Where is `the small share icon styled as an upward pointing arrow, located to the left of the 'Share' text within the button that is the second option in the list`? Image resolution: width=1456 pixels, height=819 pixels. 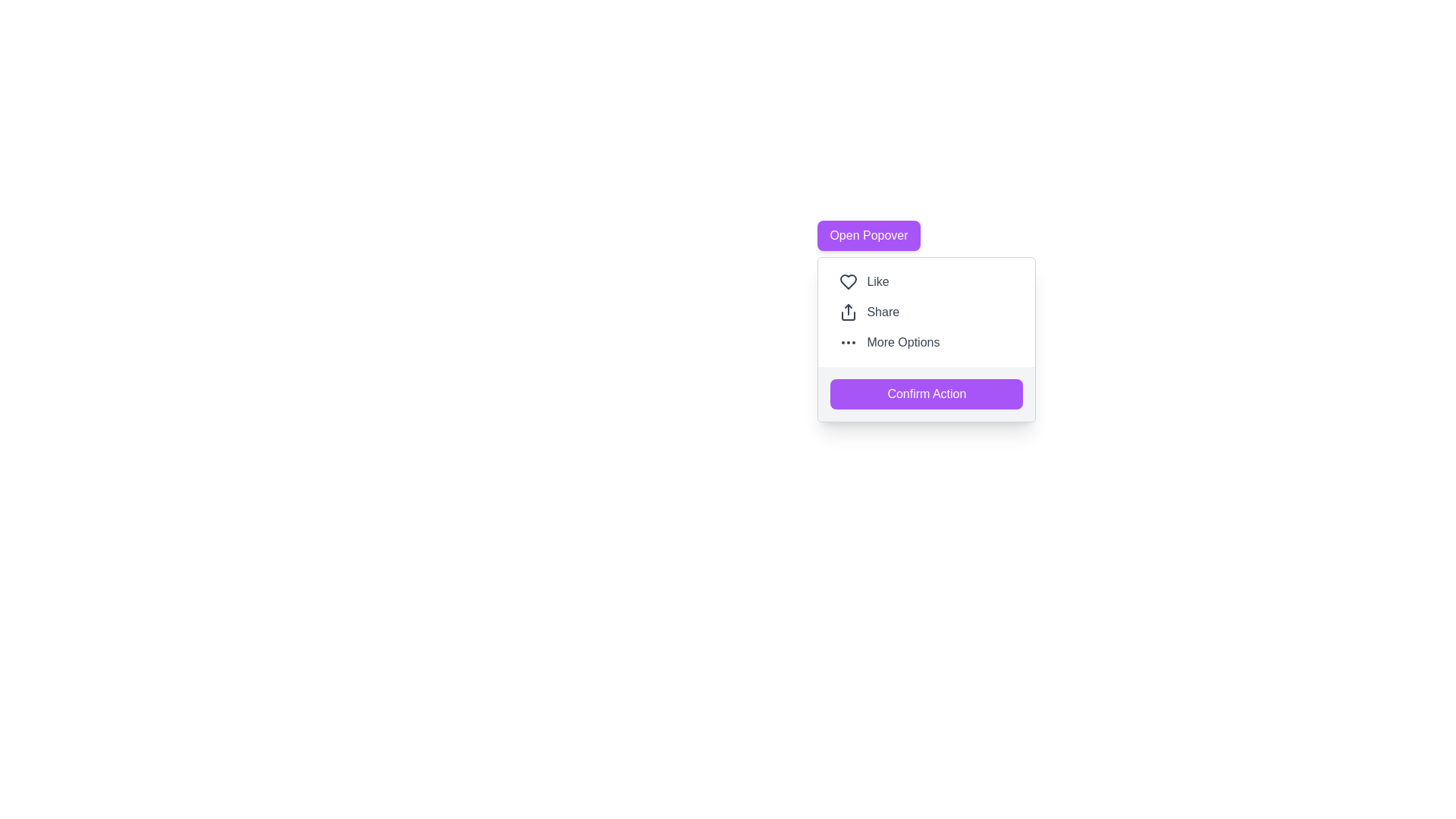 the small share icon styled as an upward pointing arrow, located to the left of the 'Share' text within the button that is the second option in the list is located at coordinates (848, 312).